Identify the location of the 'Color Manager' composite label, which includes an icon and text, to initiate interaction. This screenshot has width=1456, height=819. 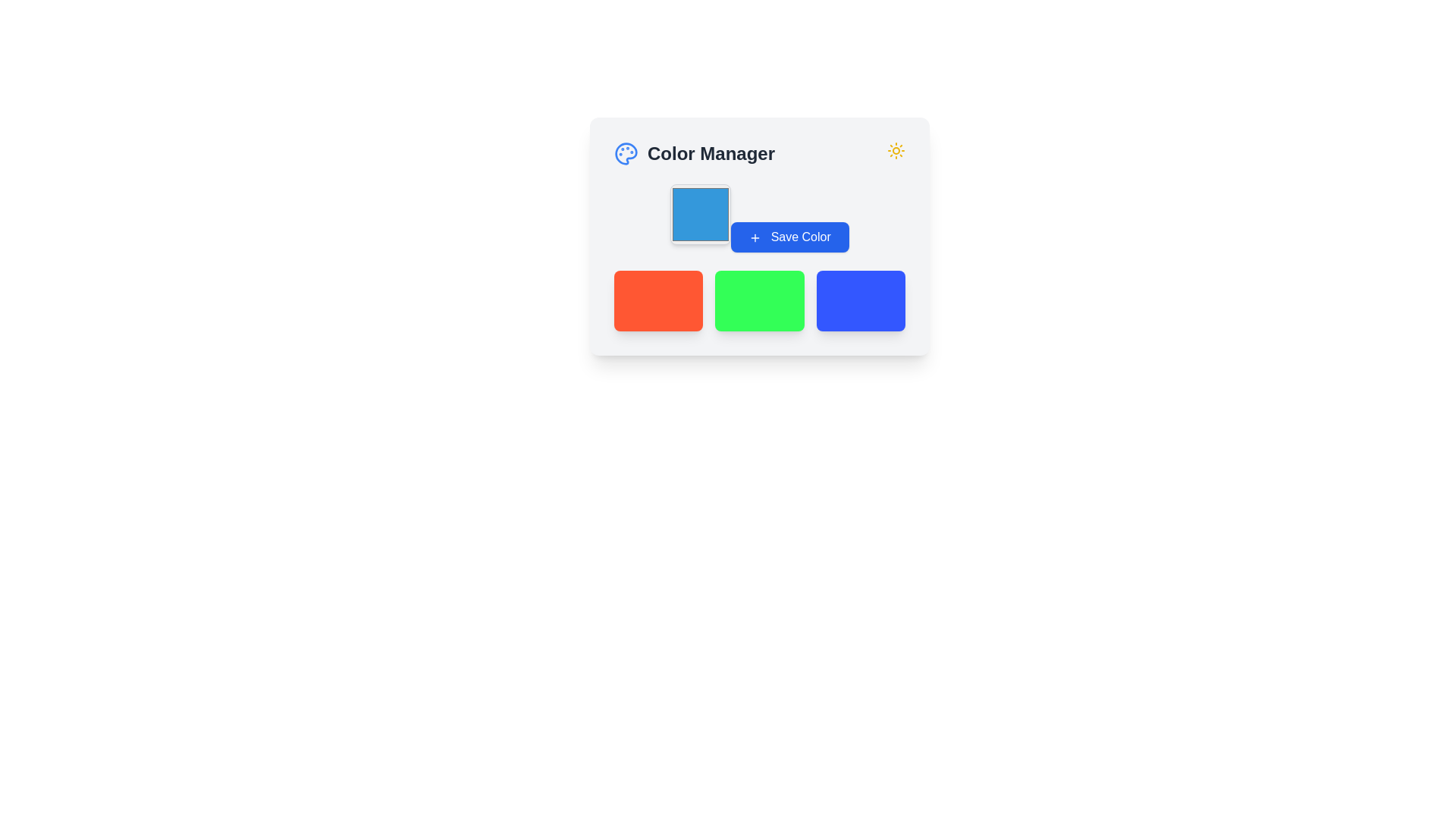
(694, 154).